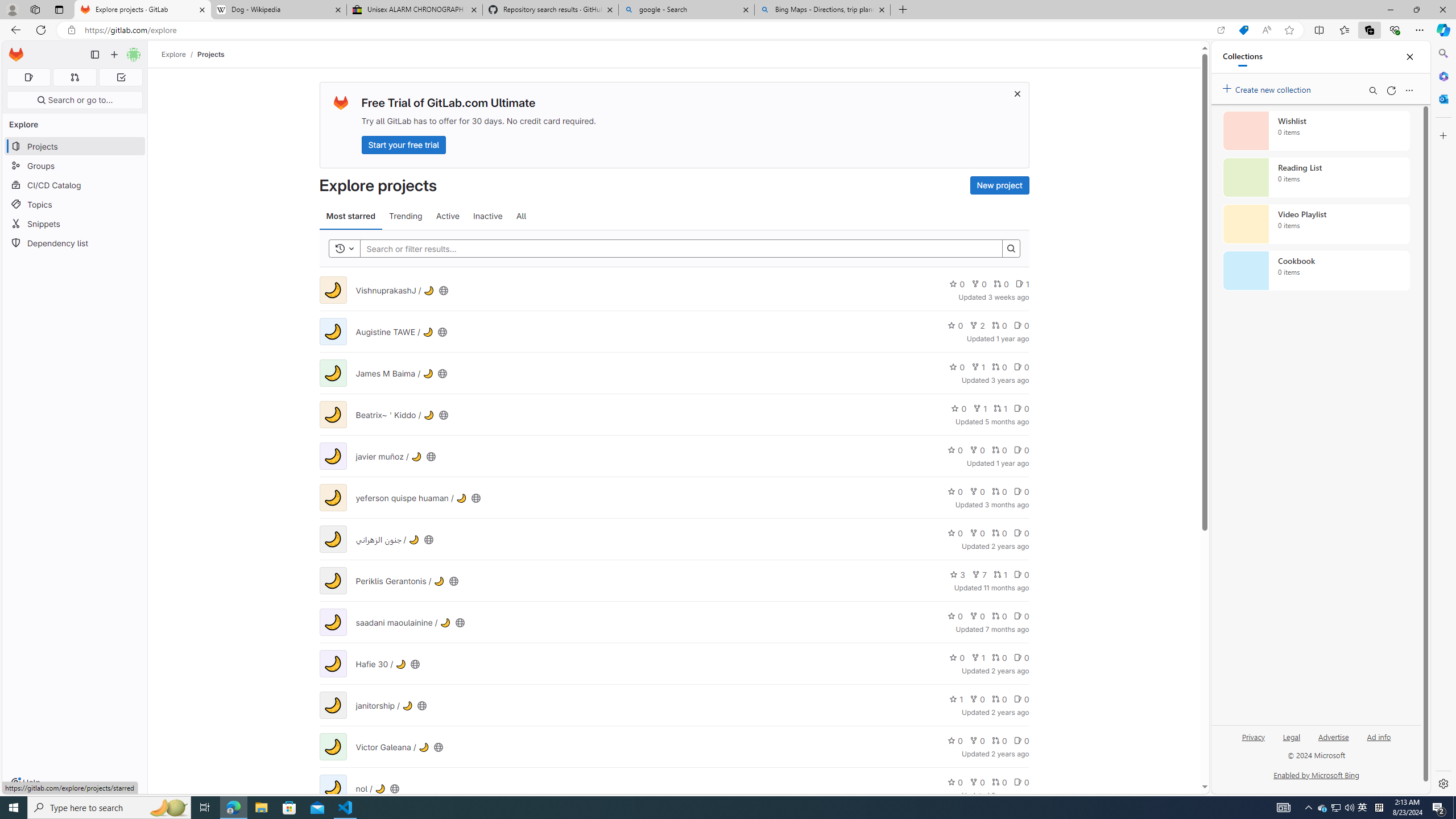 The height and width of the screenshot is (819, 1456). What do you see at coordinates (1020, 781) in the screenshot?
I see `'0'` at bounding box center [1020, 781].